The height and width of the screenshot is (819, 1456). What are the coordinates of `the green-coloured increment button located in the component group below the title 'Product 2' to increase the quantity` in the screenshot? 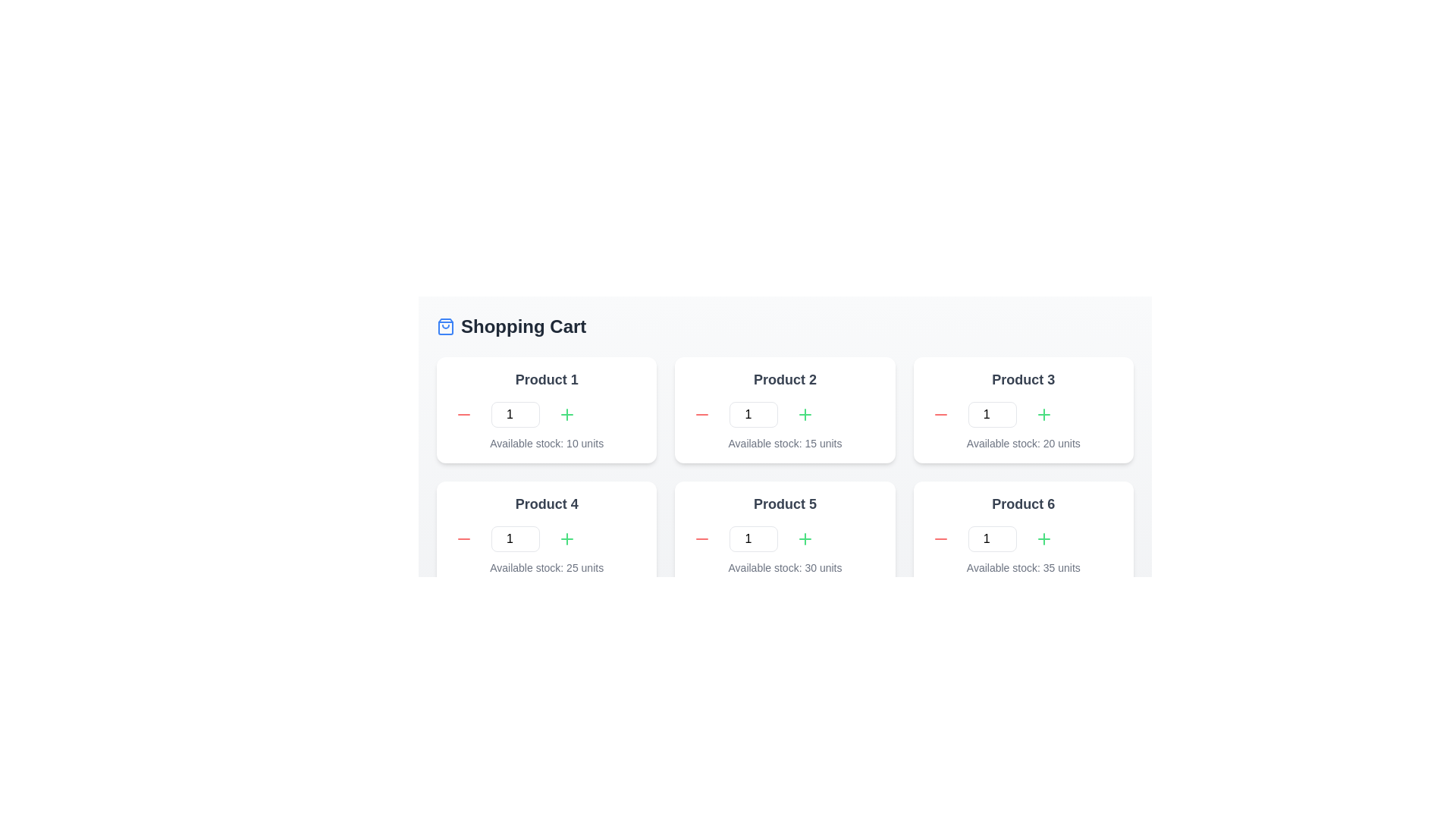 It's located at (785, 415).